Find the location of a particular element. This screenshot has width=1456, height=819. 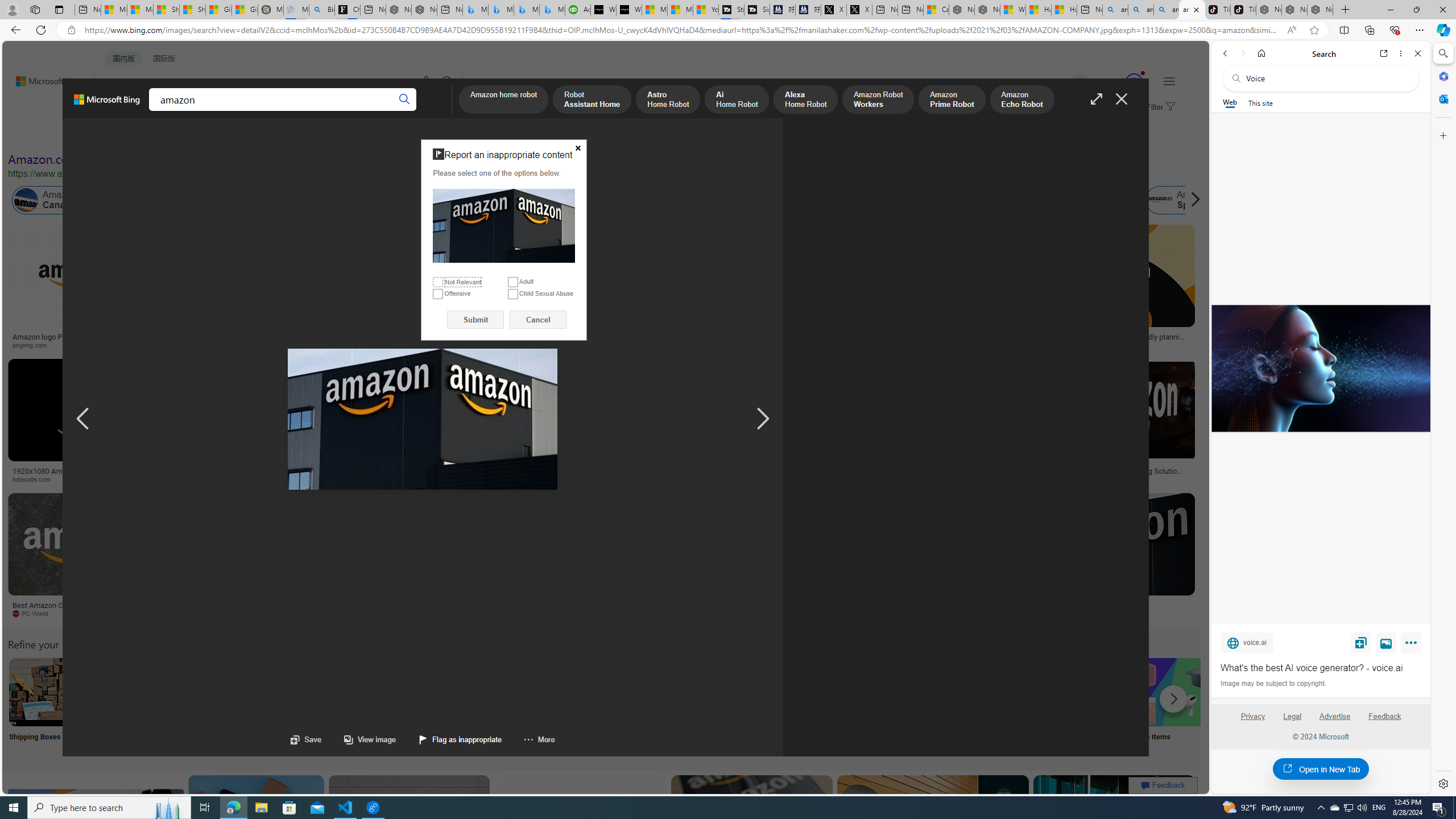

'Flag as inappropriate' is located at coordinates (461, 739).